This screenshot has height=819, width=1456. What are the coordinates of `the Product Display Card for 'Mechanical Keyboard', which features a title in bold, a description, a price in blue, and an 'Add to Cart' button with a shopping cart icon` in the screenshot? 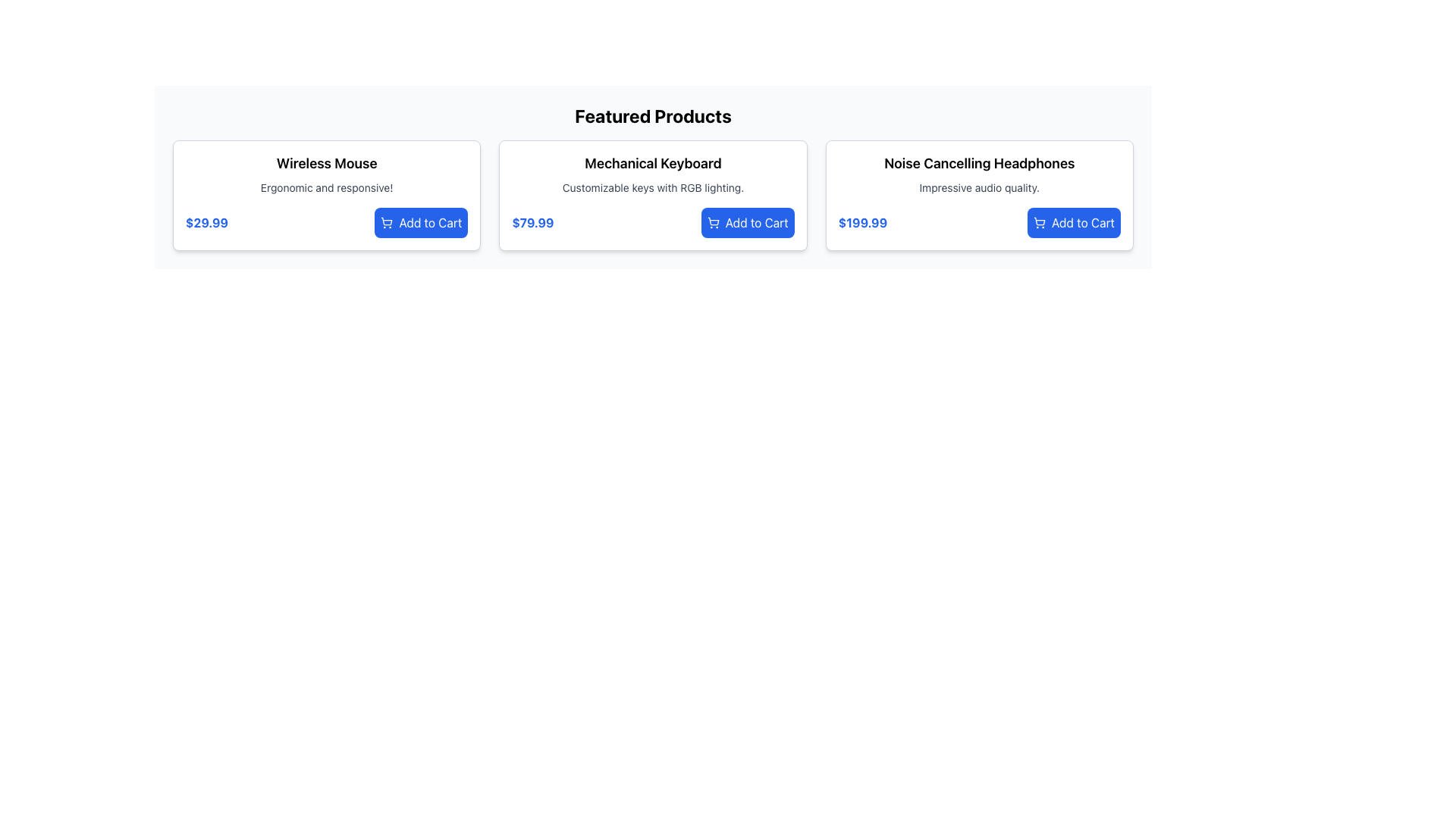 It's located at (653, 195).